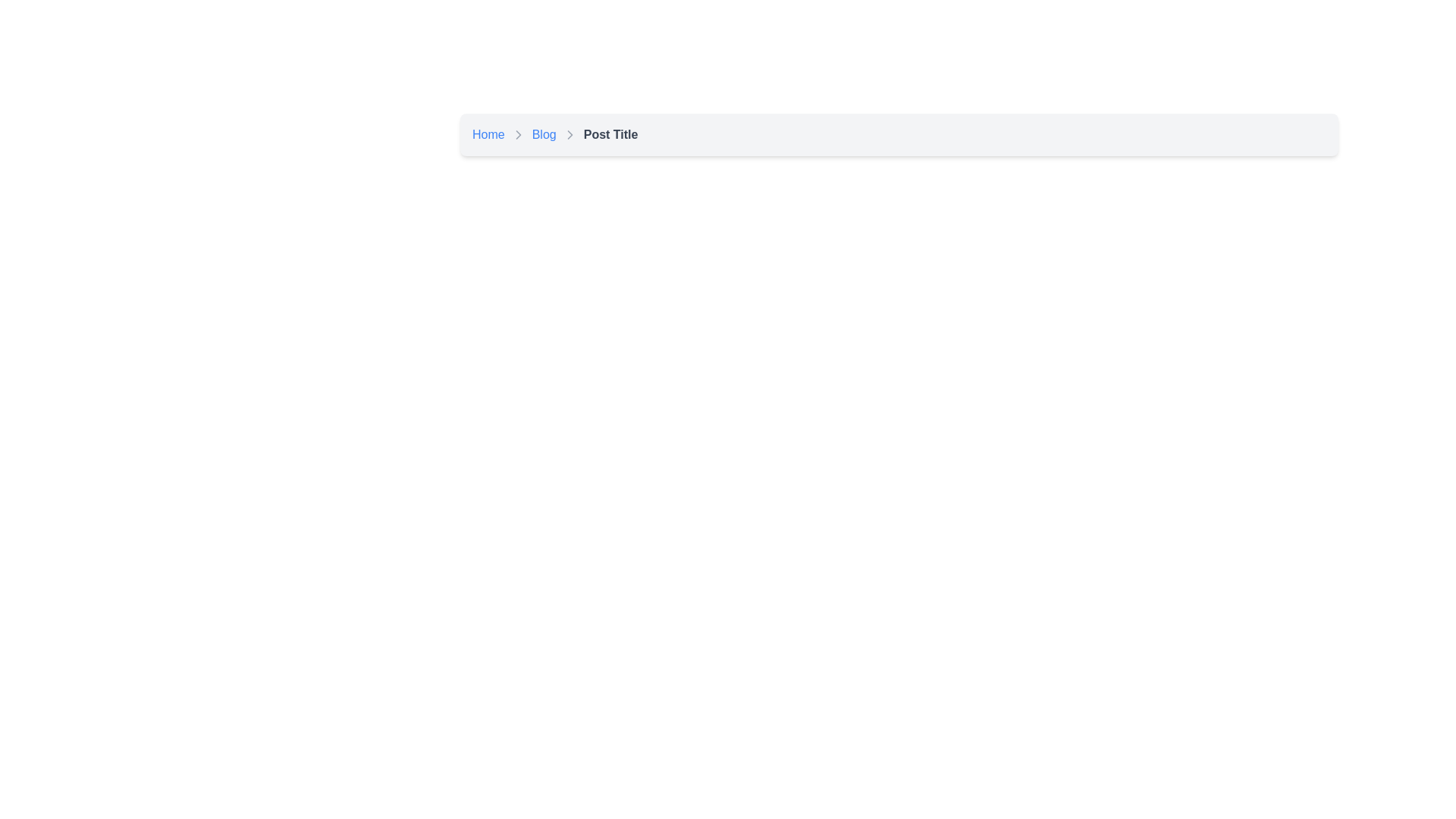 The image size is (1456, 819). I want to click on the 'Blog' hyperlink text link, so click(544, 133).